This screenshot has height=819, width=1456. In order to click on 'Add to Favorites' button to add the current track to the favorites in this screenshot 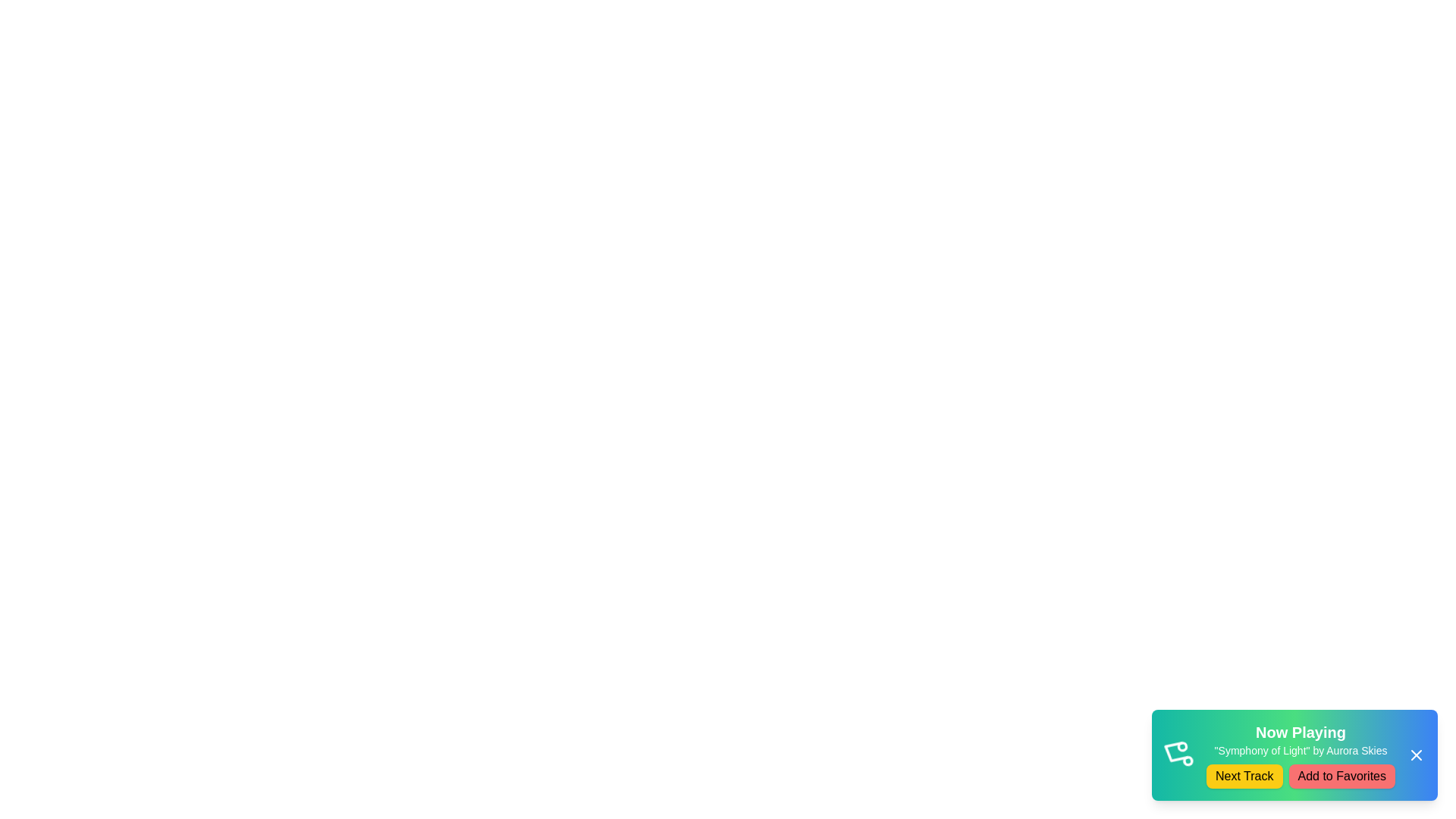, I will do `click(1341, 776)`.